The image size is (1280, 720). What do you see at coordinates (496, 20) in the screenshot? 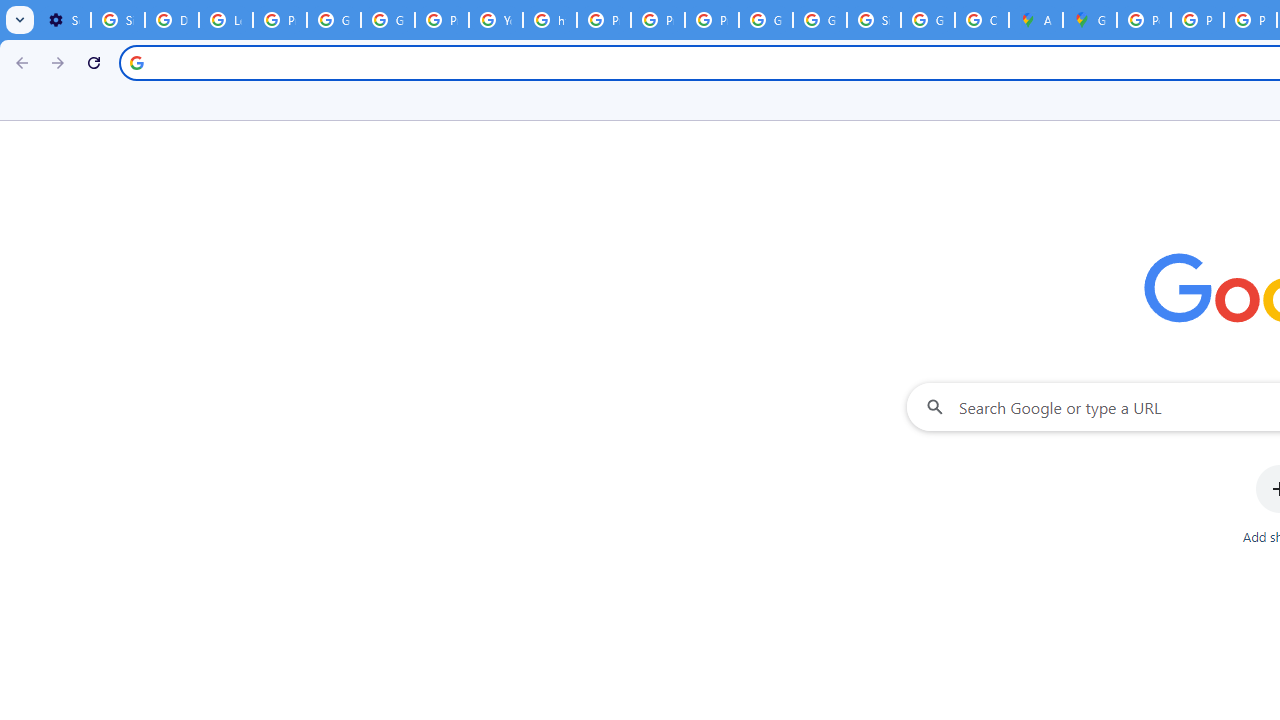
I see `'YouTube'` at bounding box center [496, 20].